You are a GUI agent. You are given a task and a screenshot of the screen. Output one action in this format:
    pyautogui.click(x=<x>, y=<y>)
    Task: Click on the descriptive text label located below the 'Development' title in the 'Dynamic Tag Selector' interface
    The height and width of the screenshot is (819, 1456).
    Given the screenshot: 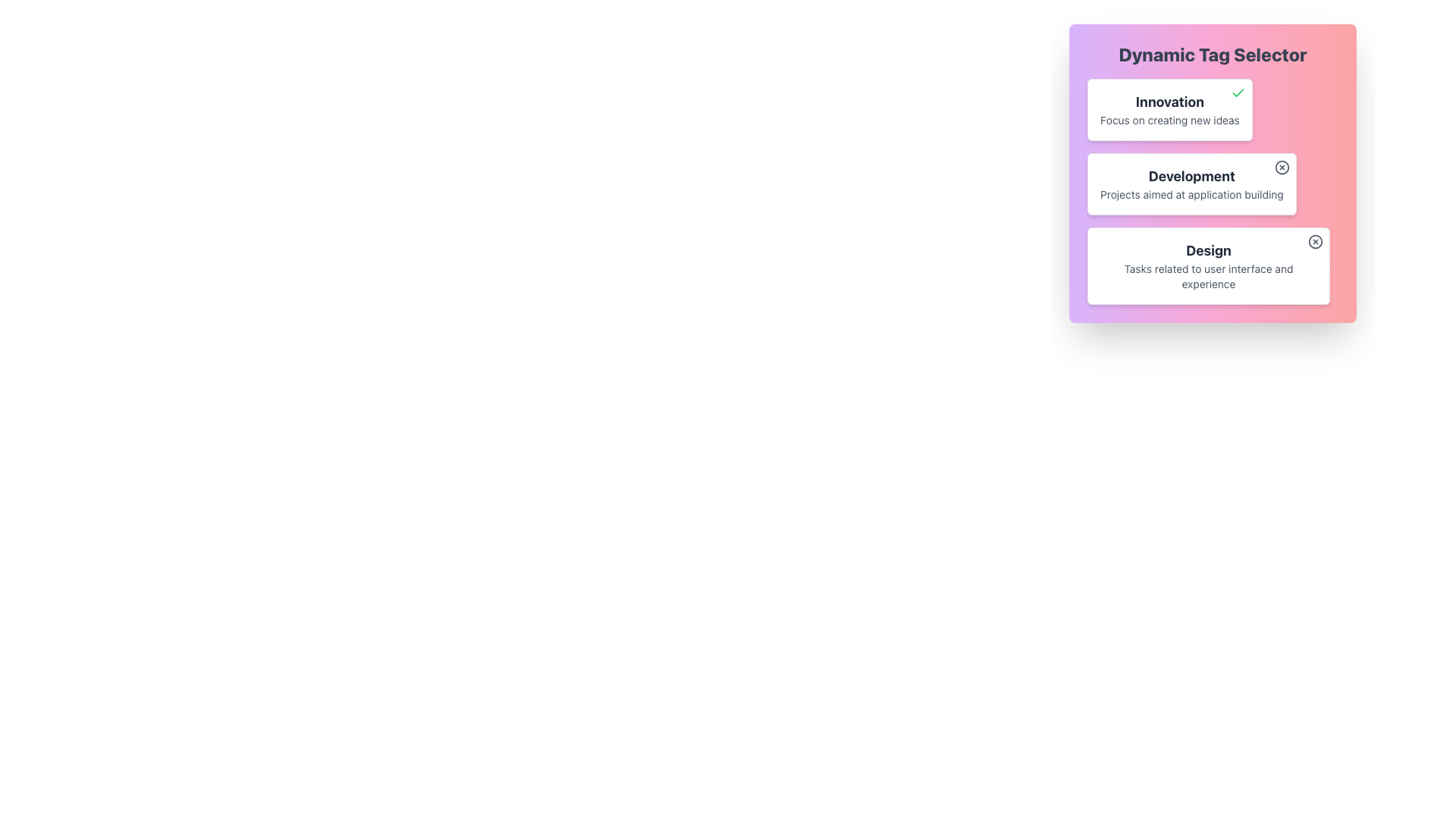 What is the action you would take?
    pyautogui.click(x=1191, y=194)
    